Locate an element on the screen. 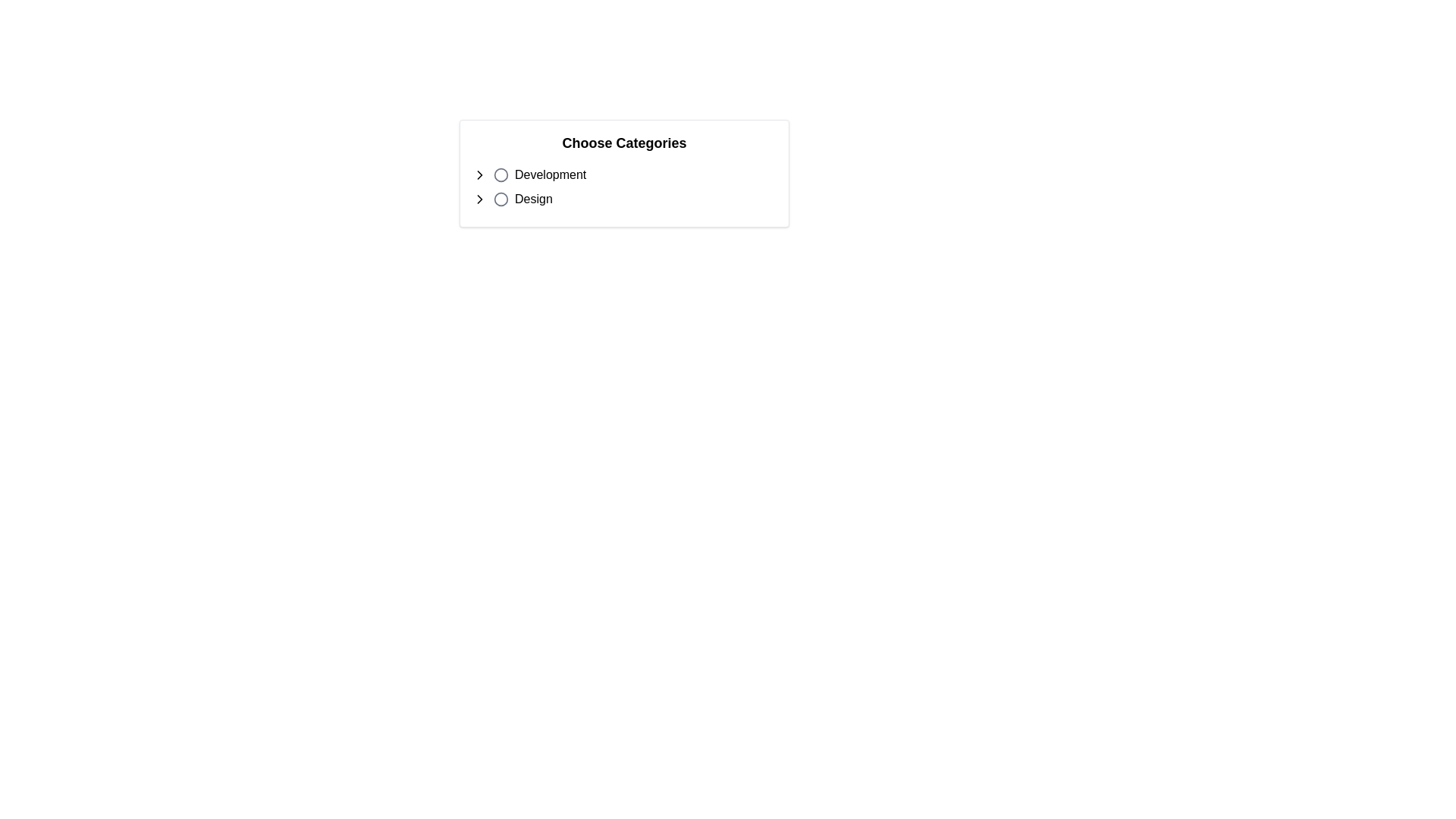  the 'Choose Categories' text header, which is a prominent title in bold font at the top of a white rectangular card is located at coordinates (624, 143).